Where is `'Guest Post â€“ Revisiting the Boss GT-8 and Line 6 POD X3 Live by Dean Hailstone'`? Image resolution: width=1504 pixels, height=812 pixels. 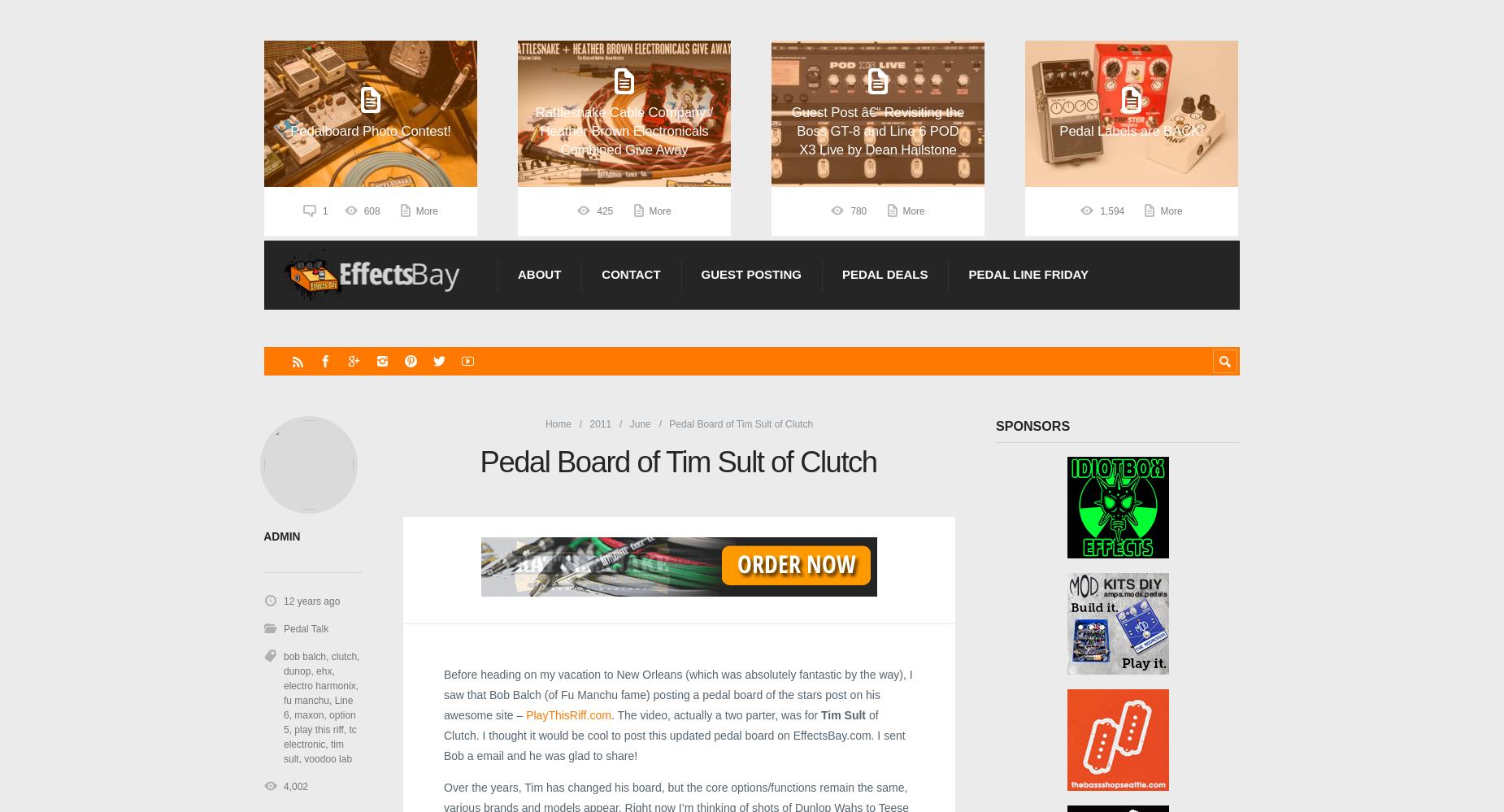 'Guest Post â€“ Revisiting the Boss GT-8 and Line 6 POD X3 Live by Dean Hailstone' is located at coordinates (876, 130).